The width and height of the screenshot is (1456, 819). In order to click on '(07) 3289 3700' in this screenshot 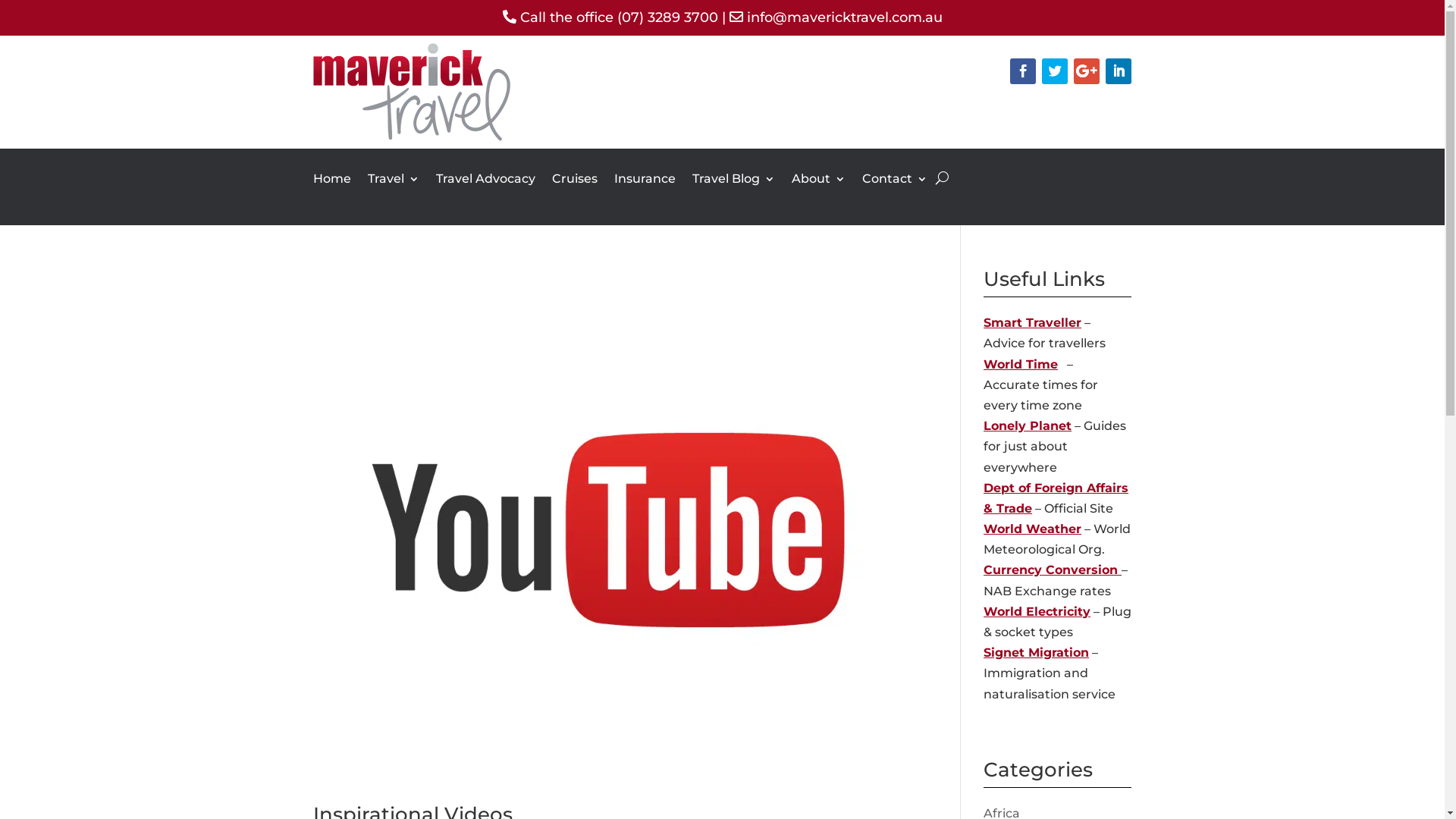, I will do `click(667, 17)`.